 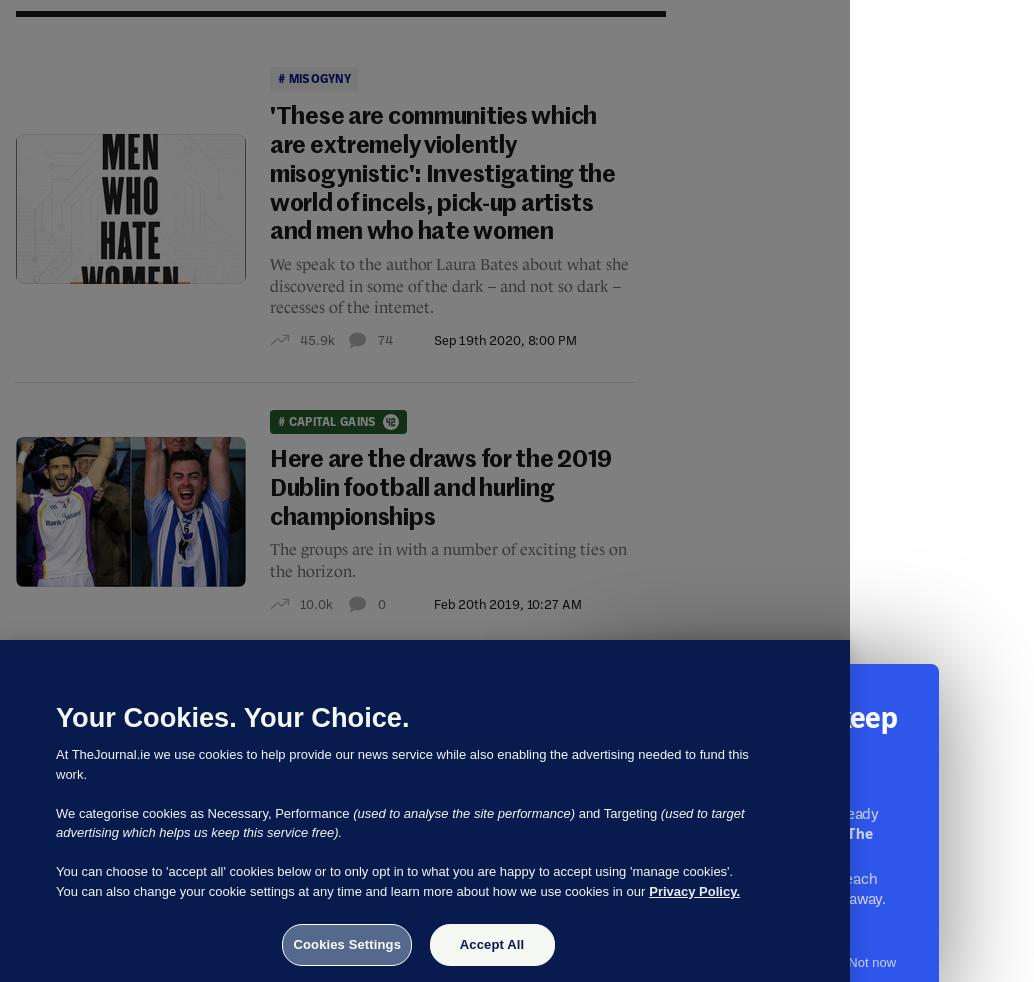 What do you see at coordinates (311, 888) in the screenshot?
I see `'6.4k'` at bounding box center [311, 888].